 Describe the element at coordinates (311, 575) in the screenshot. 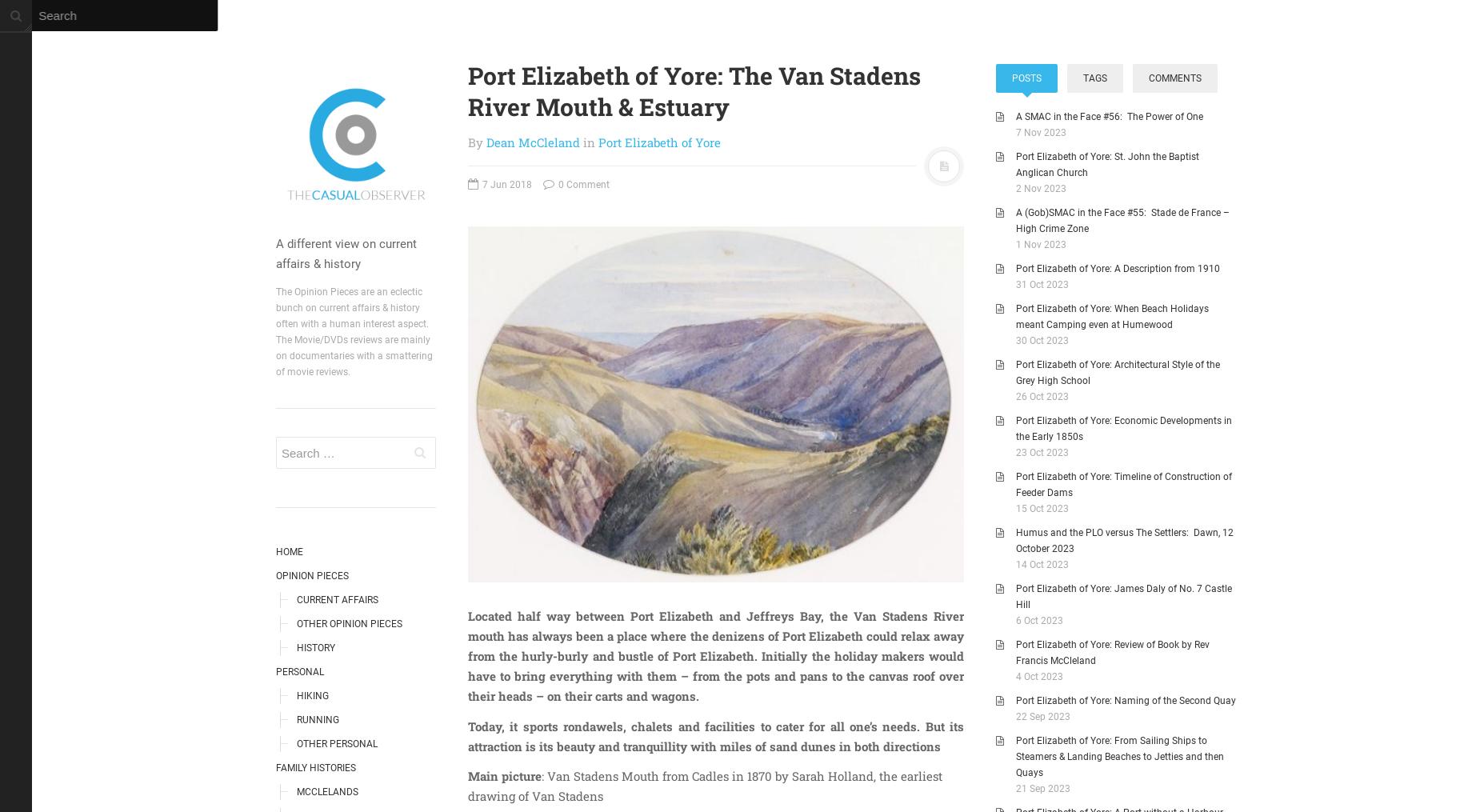

I see `'Opinion Pieces'` at that location.